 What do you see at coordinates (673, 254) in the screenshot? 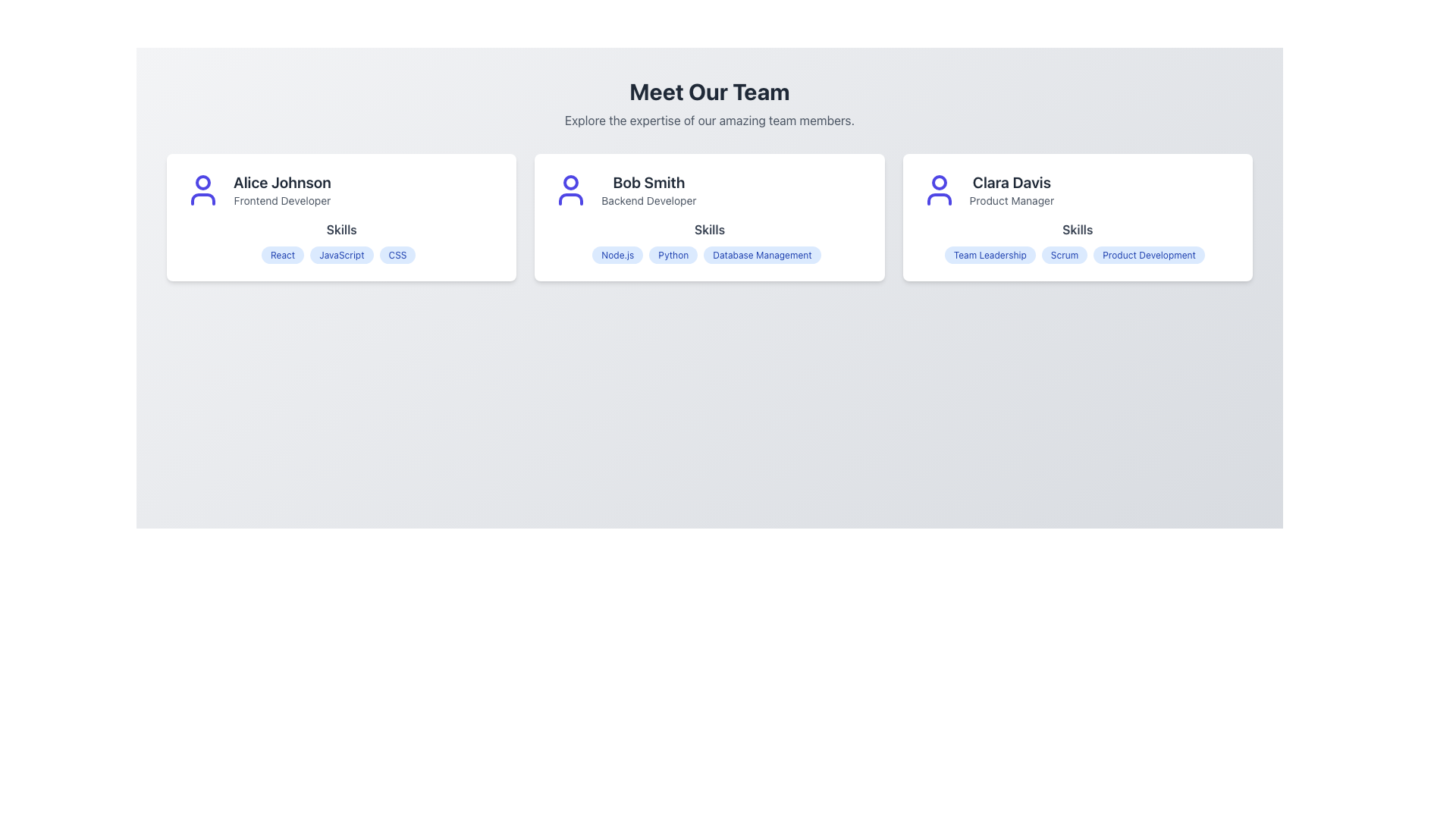
I see `the 'Python' skill badge associated with Bob Smith in the Skills section of his profile card` at bounding box center [673, 254].